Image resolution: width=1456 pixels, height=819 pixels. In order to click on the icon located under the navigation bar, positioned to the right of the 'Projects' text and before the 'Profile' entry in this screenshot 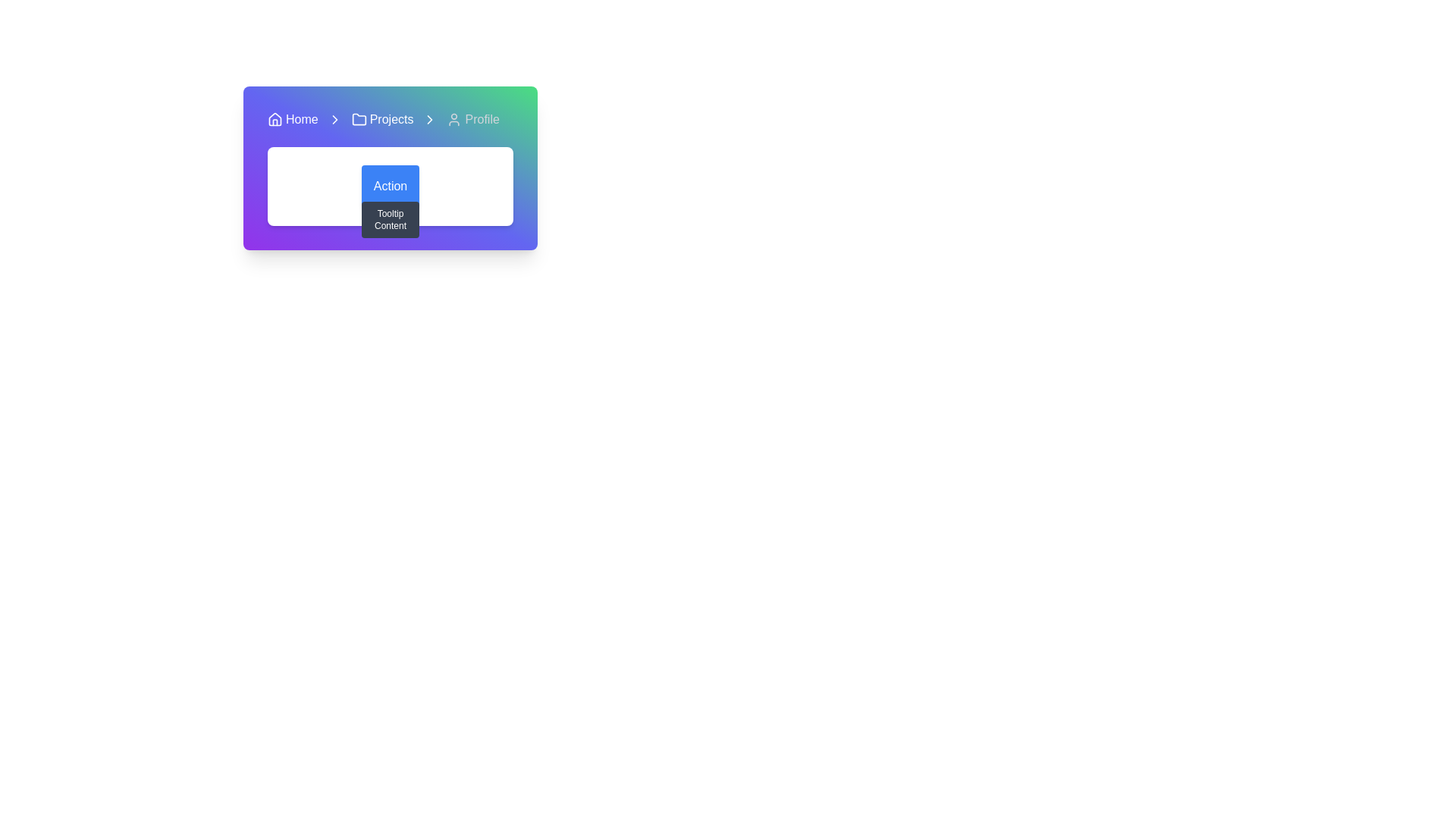, I will do `click(429, 119)`.